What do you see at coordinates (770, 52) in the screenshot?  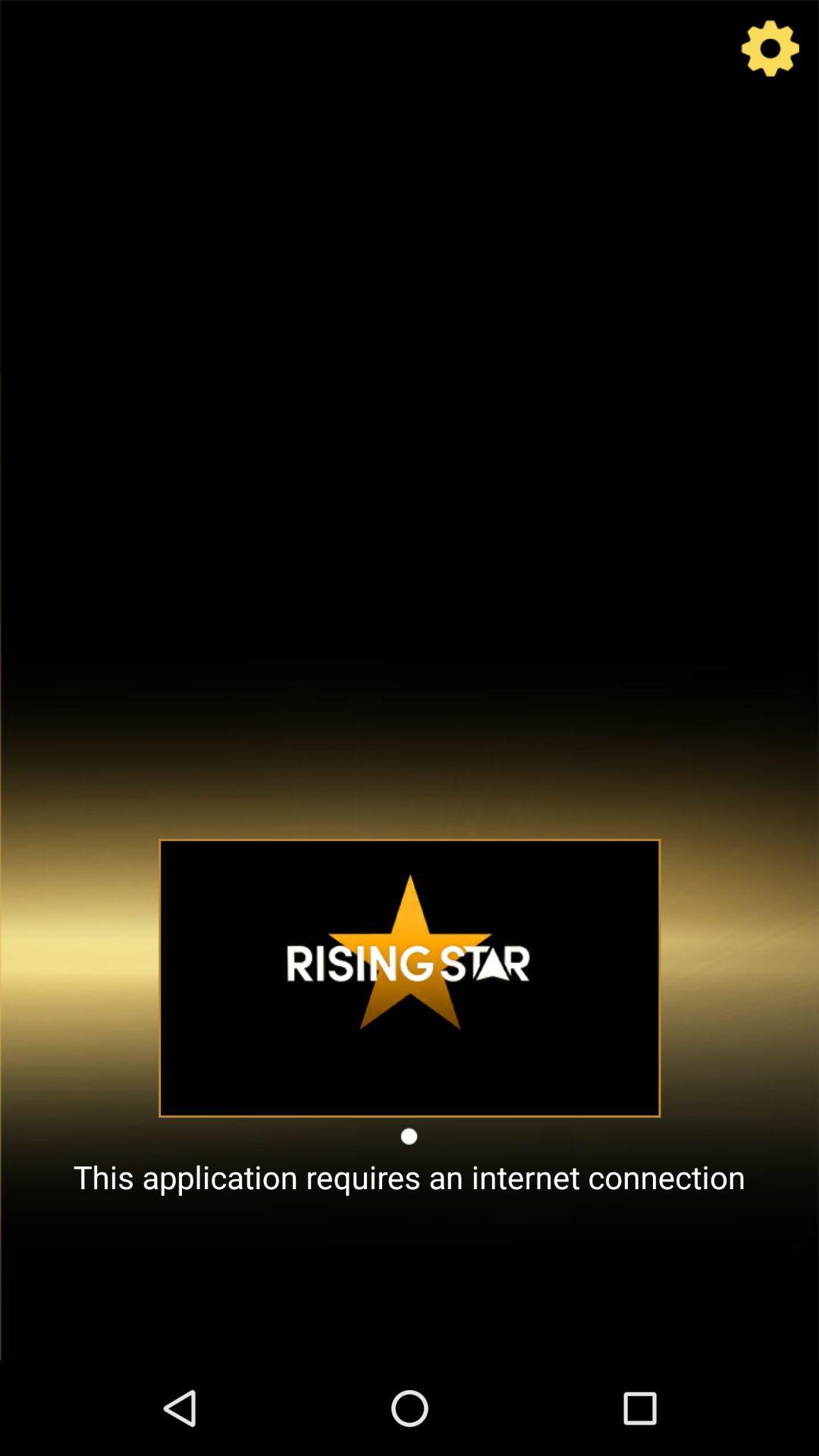 I see `the settings icon` at bounding box center [770, 52].